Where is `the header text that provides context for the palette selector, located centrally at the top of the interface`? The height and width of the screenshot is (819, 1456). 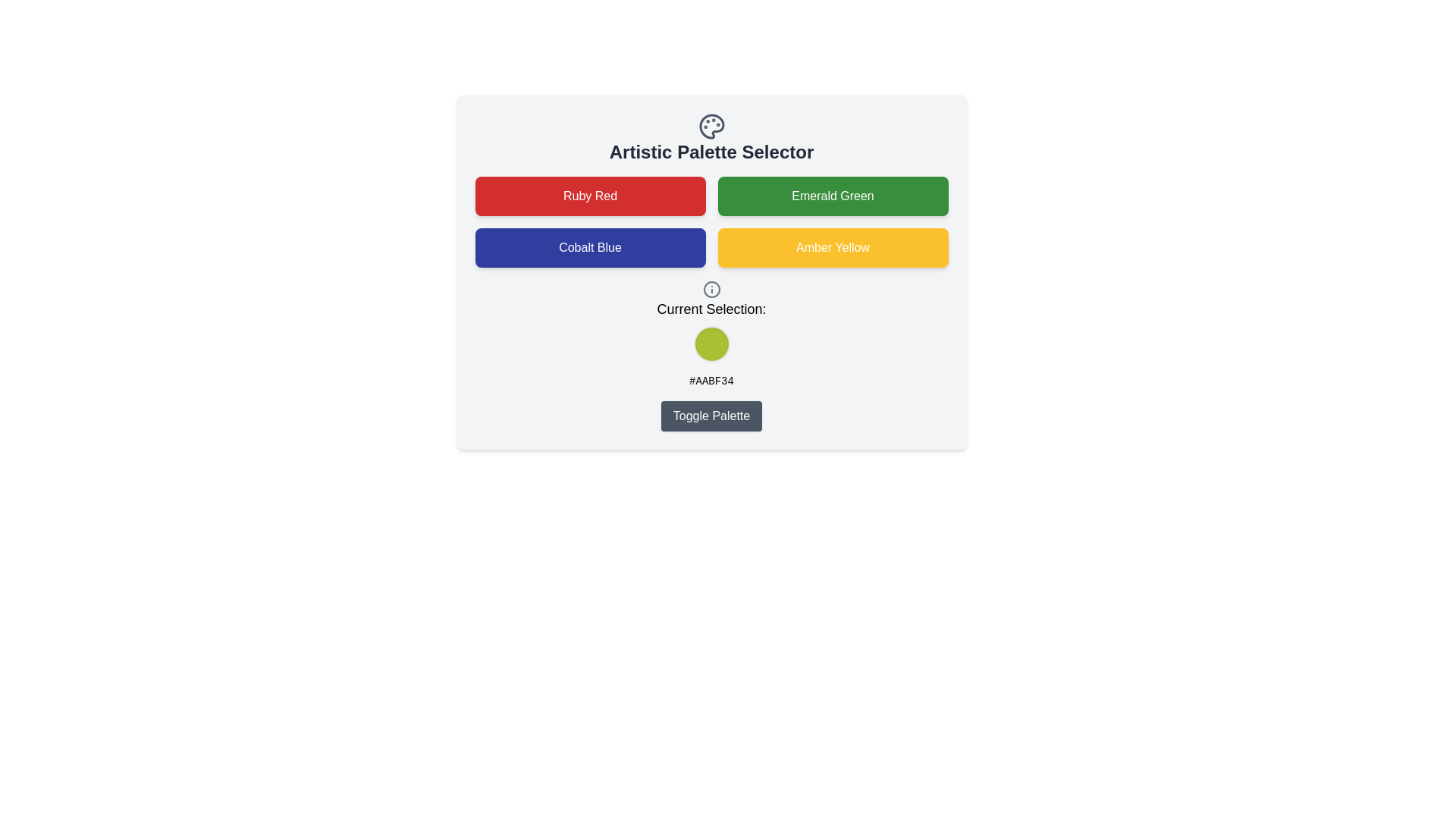
the header text that provides context for the palette selector, located centrally at the top of the interface is located at coordinates (711, 152).